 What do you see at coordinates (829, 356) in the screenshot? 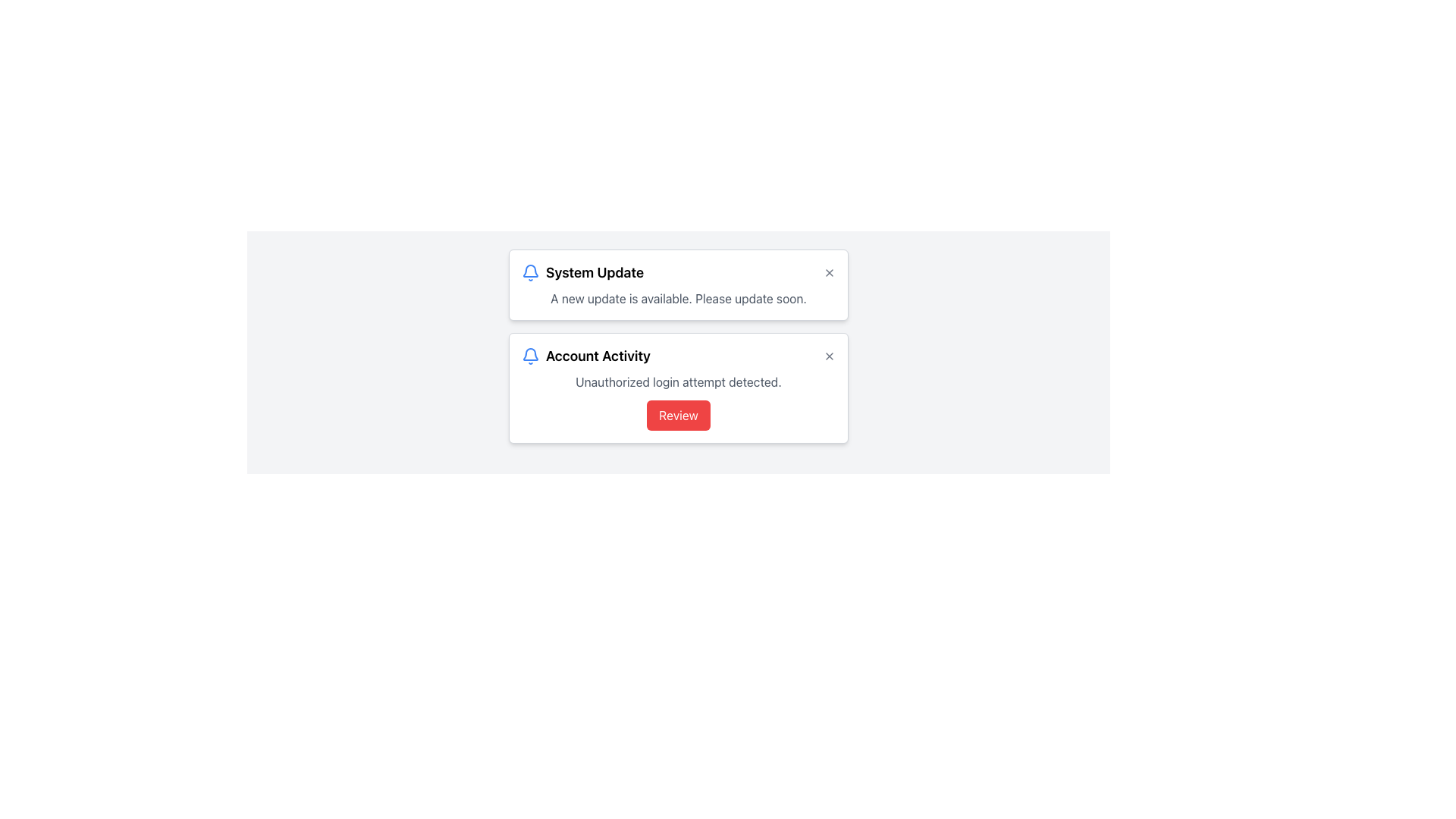
I see `the close button located in the top-right corner of the 'Account Activity' section` at bounding box center [829, 356].